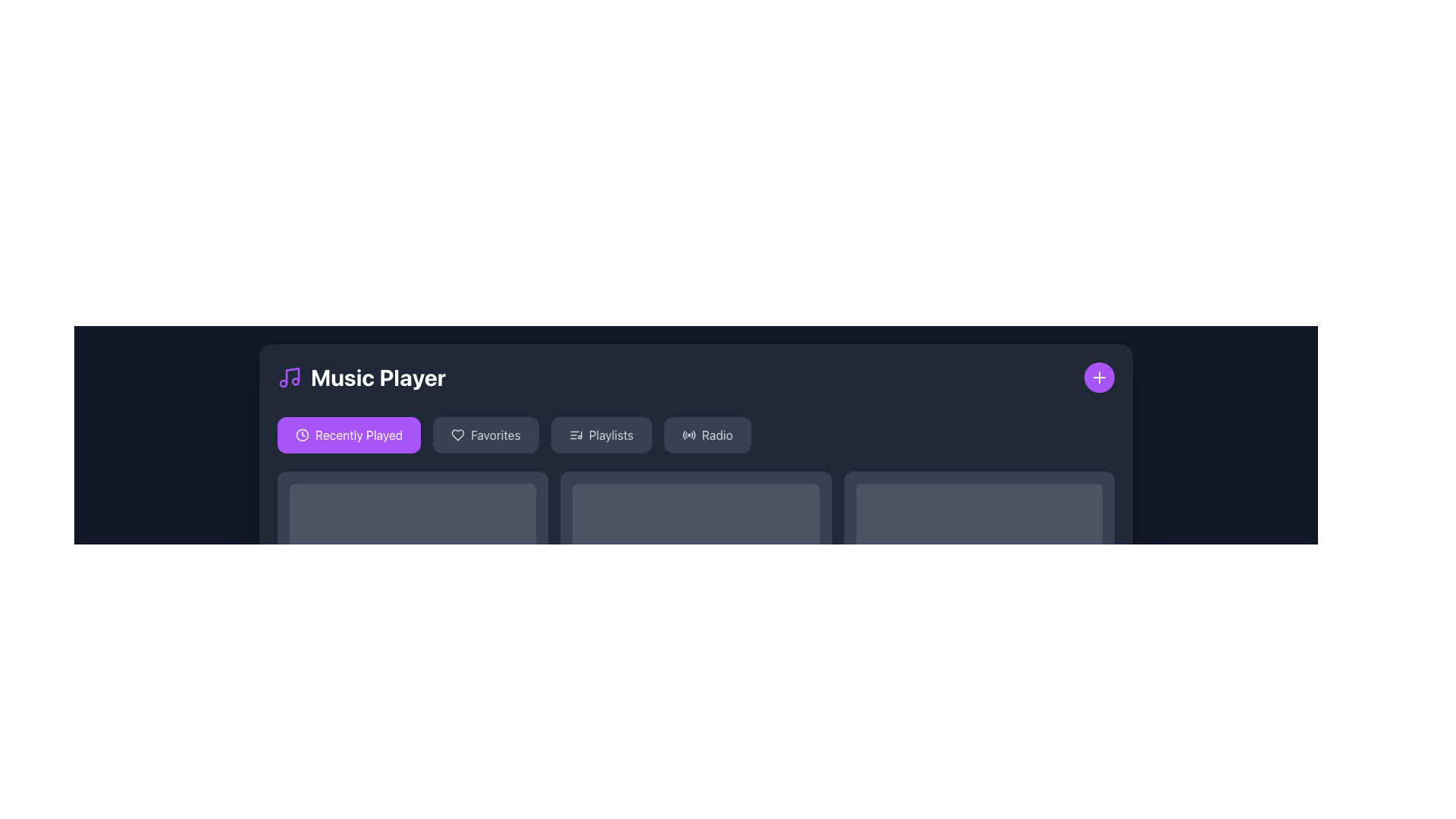  What do you see at coordinates (601, 435) in the screenshot?
I see `the third button in the horizontal group of four buttons located near the top-center area of the interface` at bounding box center [601, 435].